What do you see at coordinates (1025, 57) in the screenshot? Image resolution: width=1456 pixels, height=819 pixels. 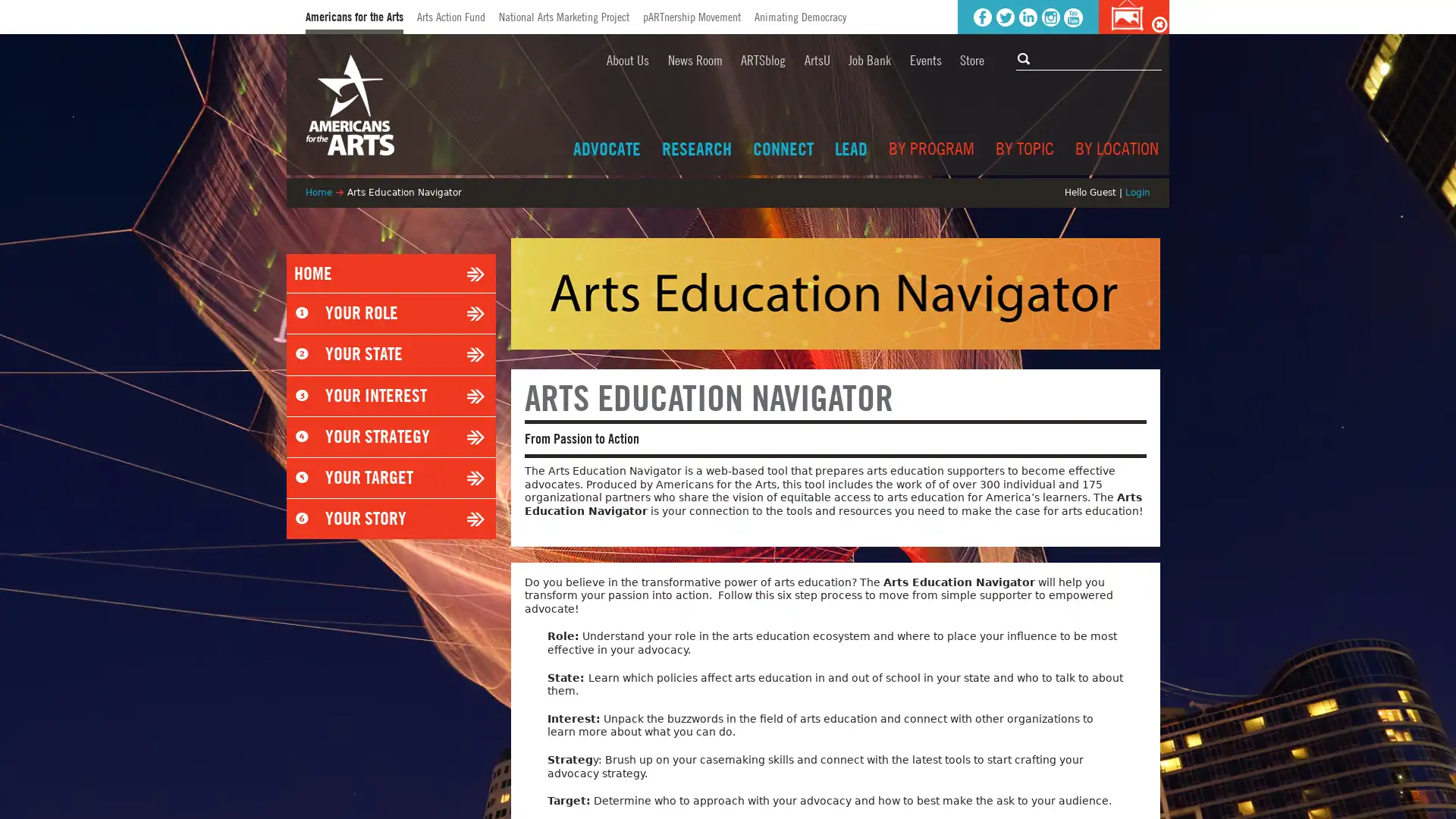 I see `Search` at bounding box center [1025, 57].